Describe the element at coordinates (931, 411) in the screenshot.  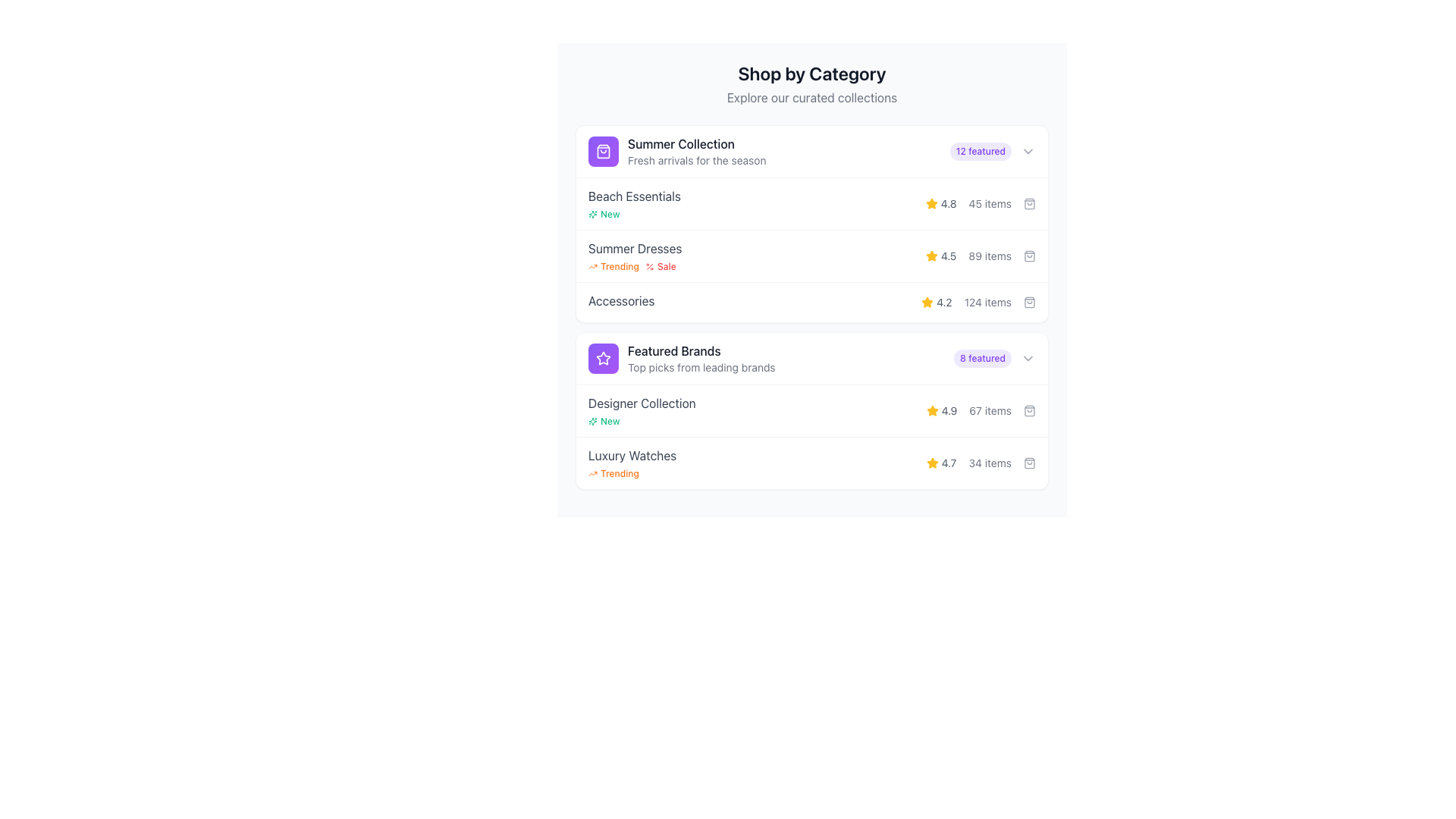
I see `the golden-yellow five-pointed star icon, which signifies a rating or favorite marker, located on the right side of the 'Designer Collection' text in the 'Featured Brands' section` at that location.